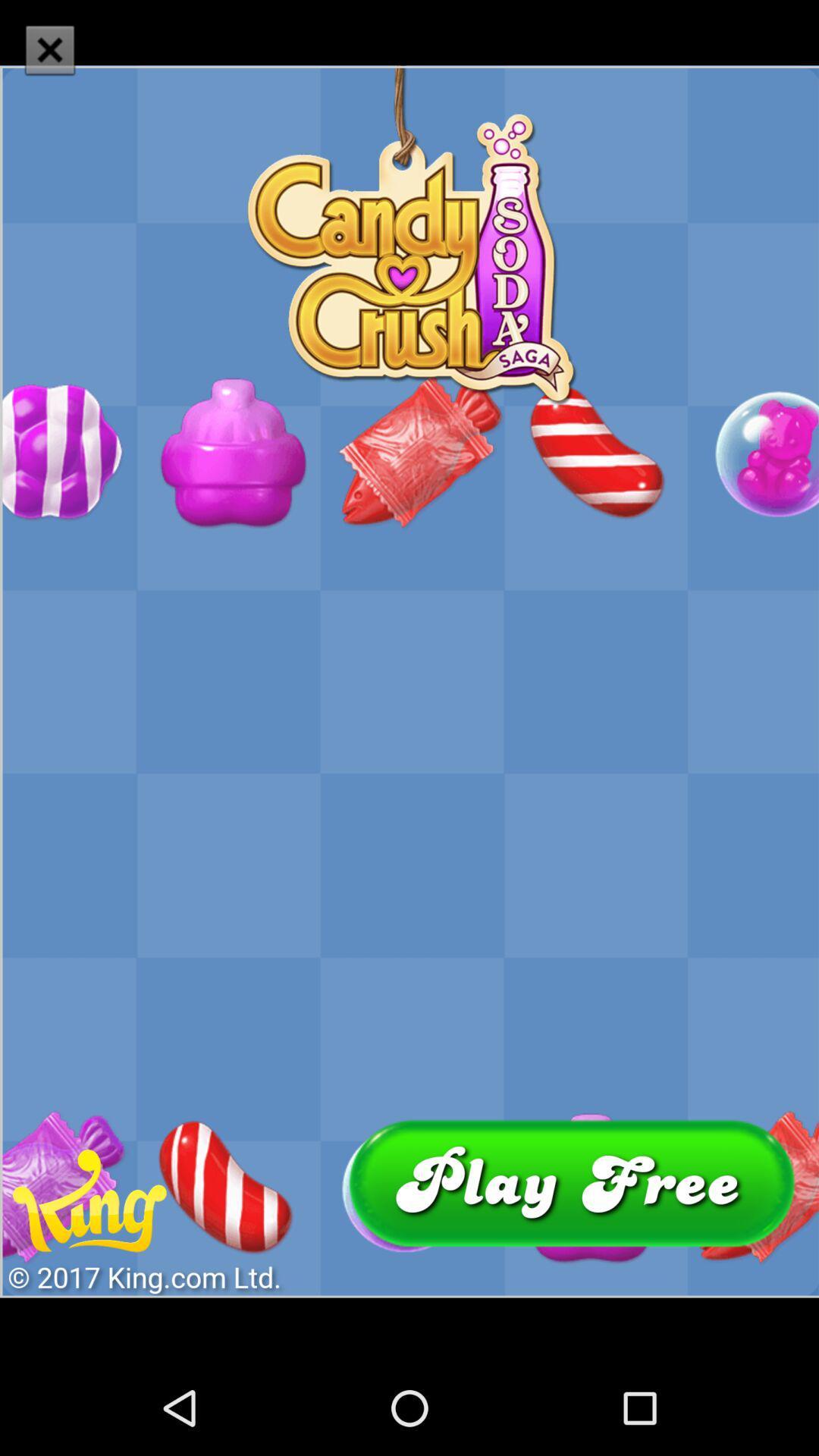 The width and height of the screenshot is (819, 1456). Describe the element at coordinates (58, 63) in the screenshot. I see `the close icon` at that location.